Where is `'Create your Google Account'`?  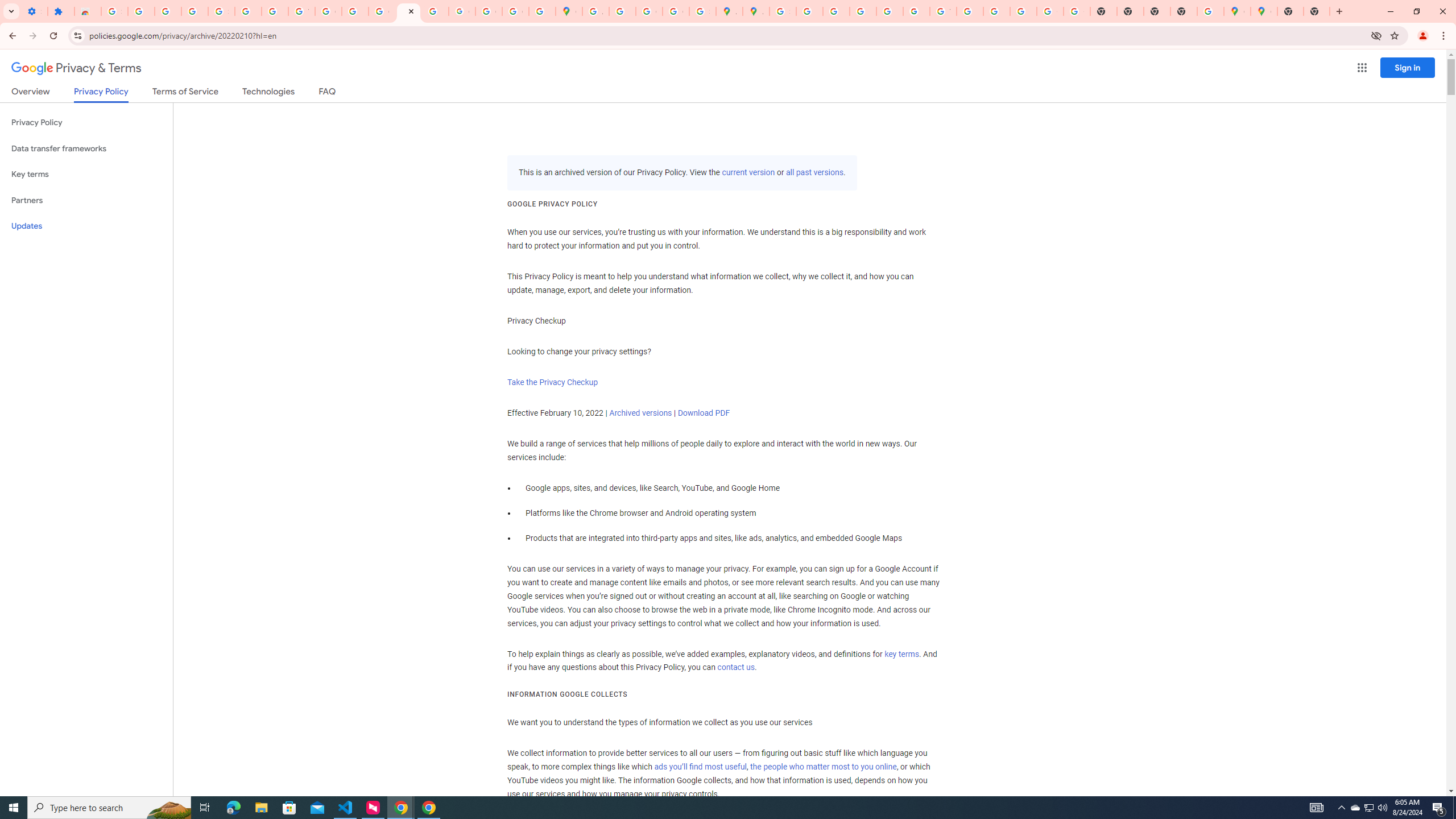 'Create your Google Account' is located at coordinates (649, 11).